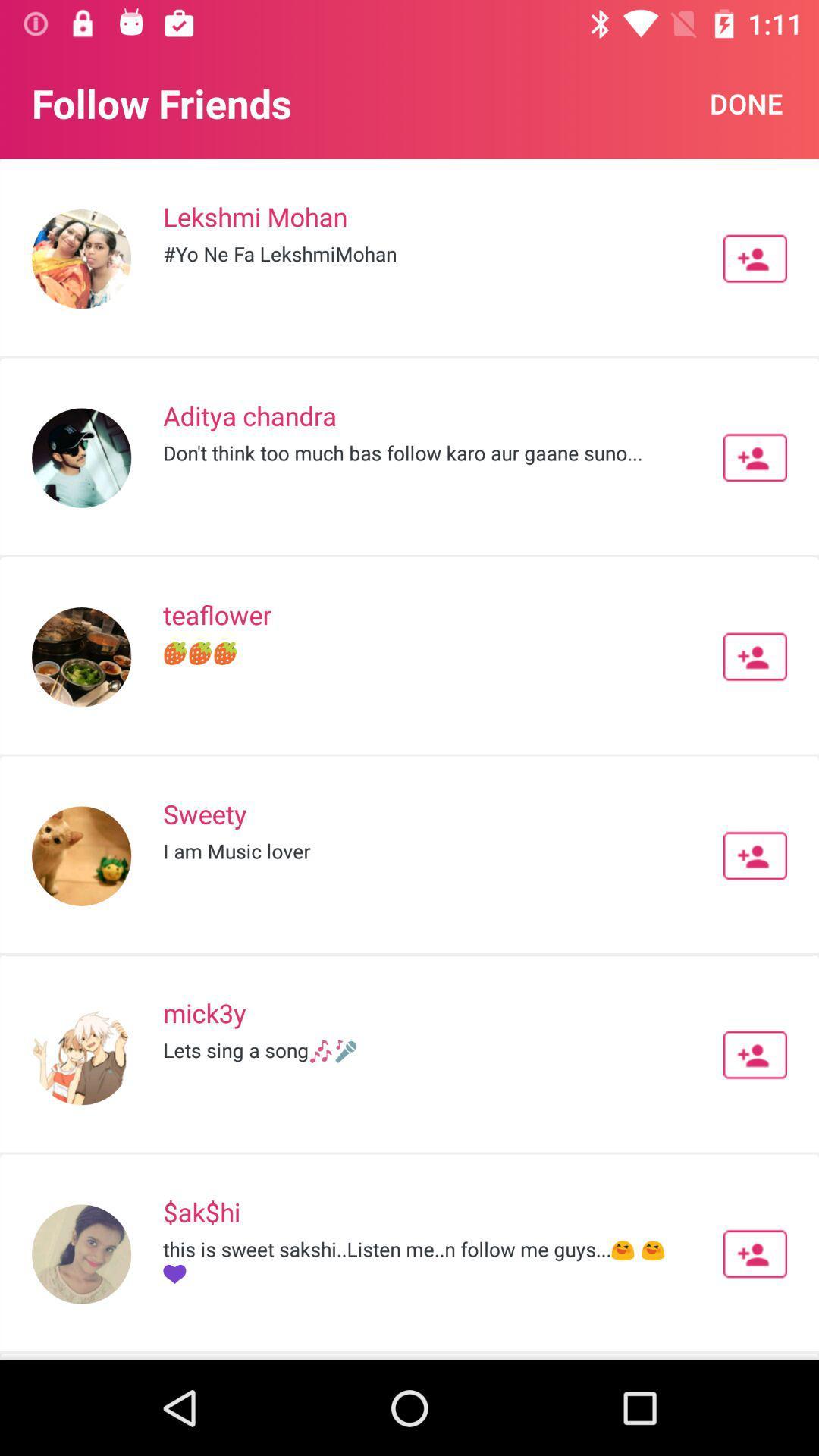 The image size is (819, 1456). What do you see at coordinates (755, 1054) in the screenshot?
I see `go do context` at bounding box center [755, 1054].